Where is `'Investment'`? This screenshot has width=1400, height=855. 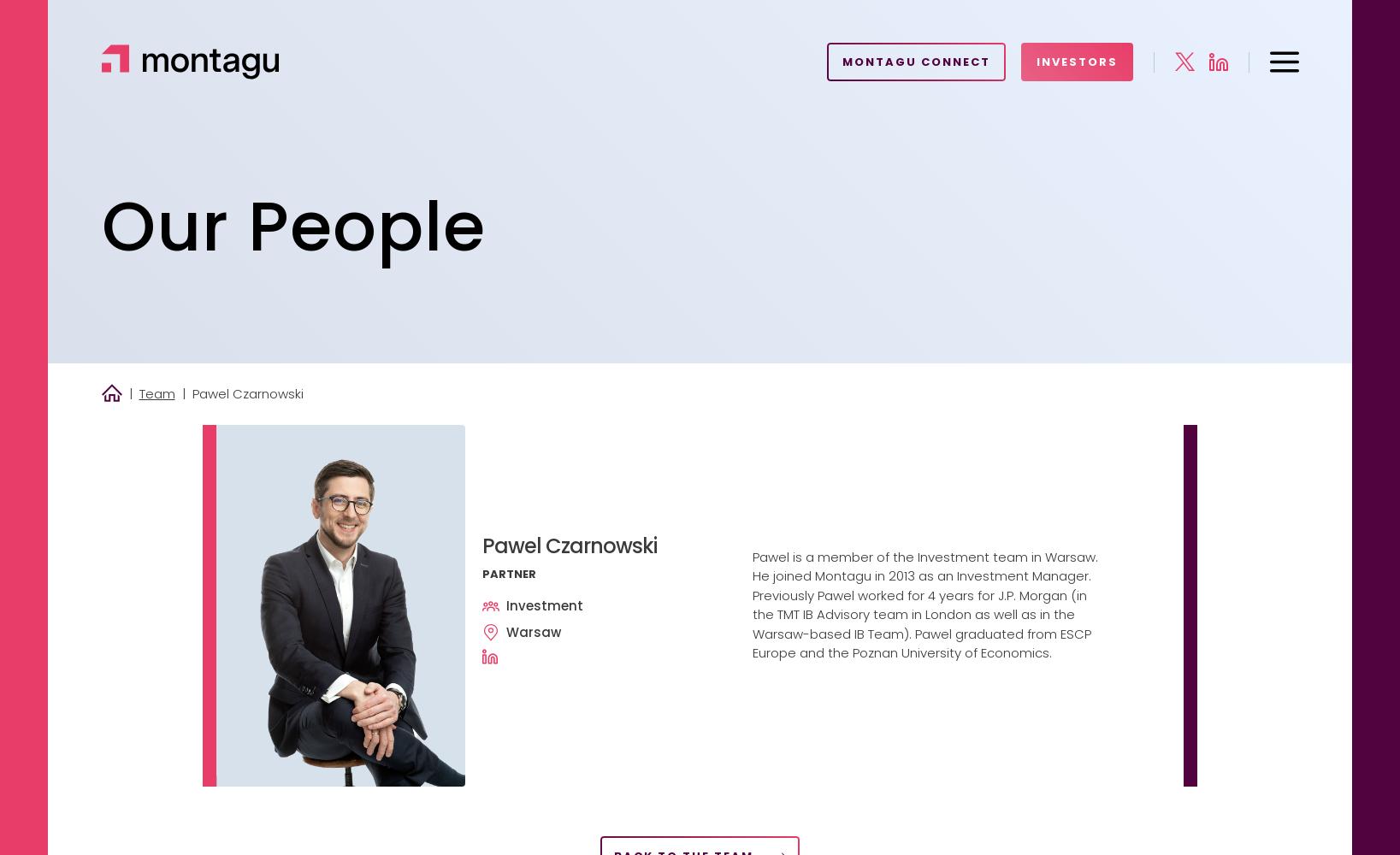 'Investment' is located at coordinates (505, 604).